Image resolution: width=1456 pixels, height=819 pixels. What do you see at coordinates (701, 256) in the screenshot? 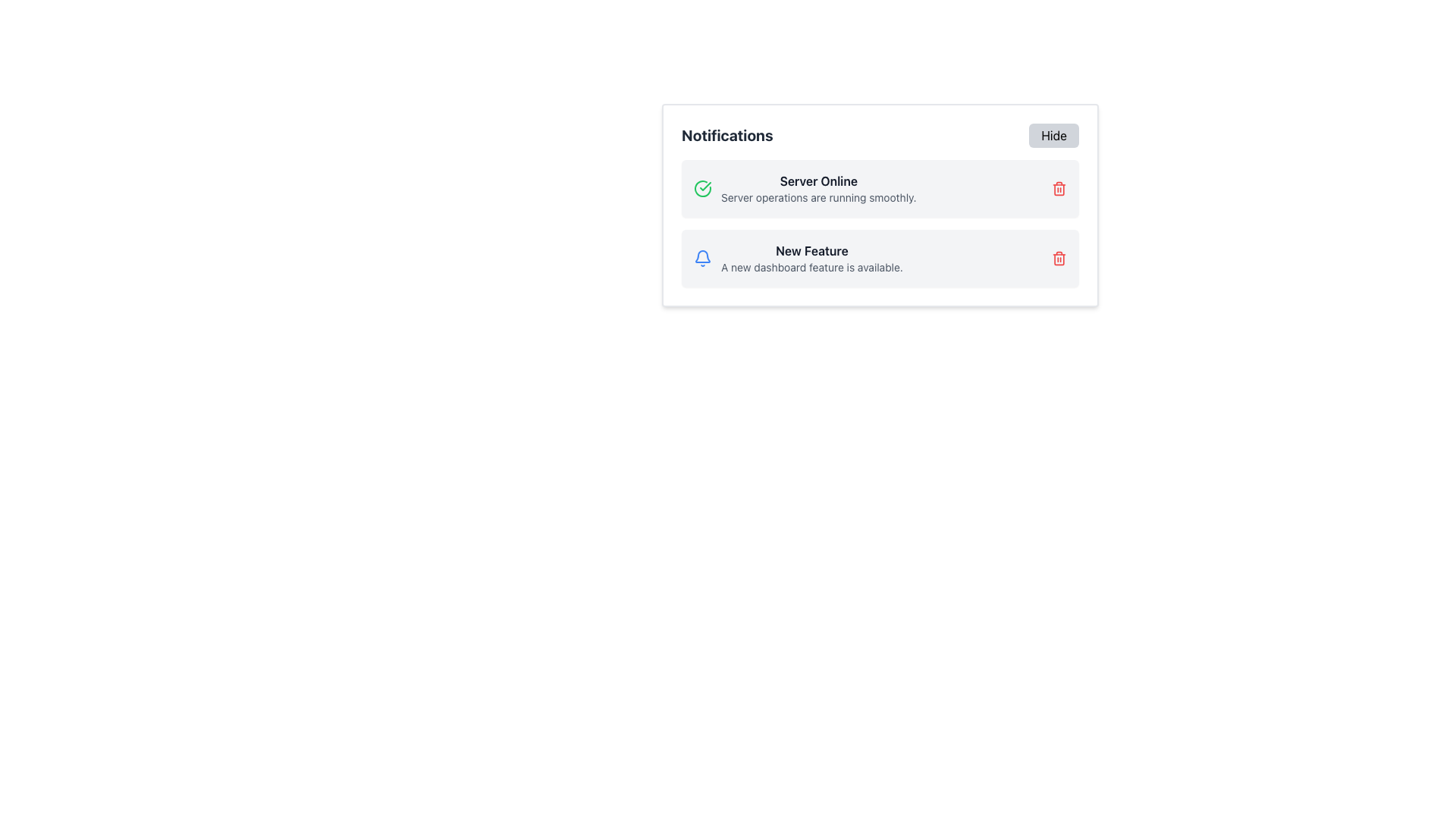
I see `the main body of the bell icon, which is a part of the notification bell located in the top-right corner of the Notifications card` at bounding box center [701, 256].